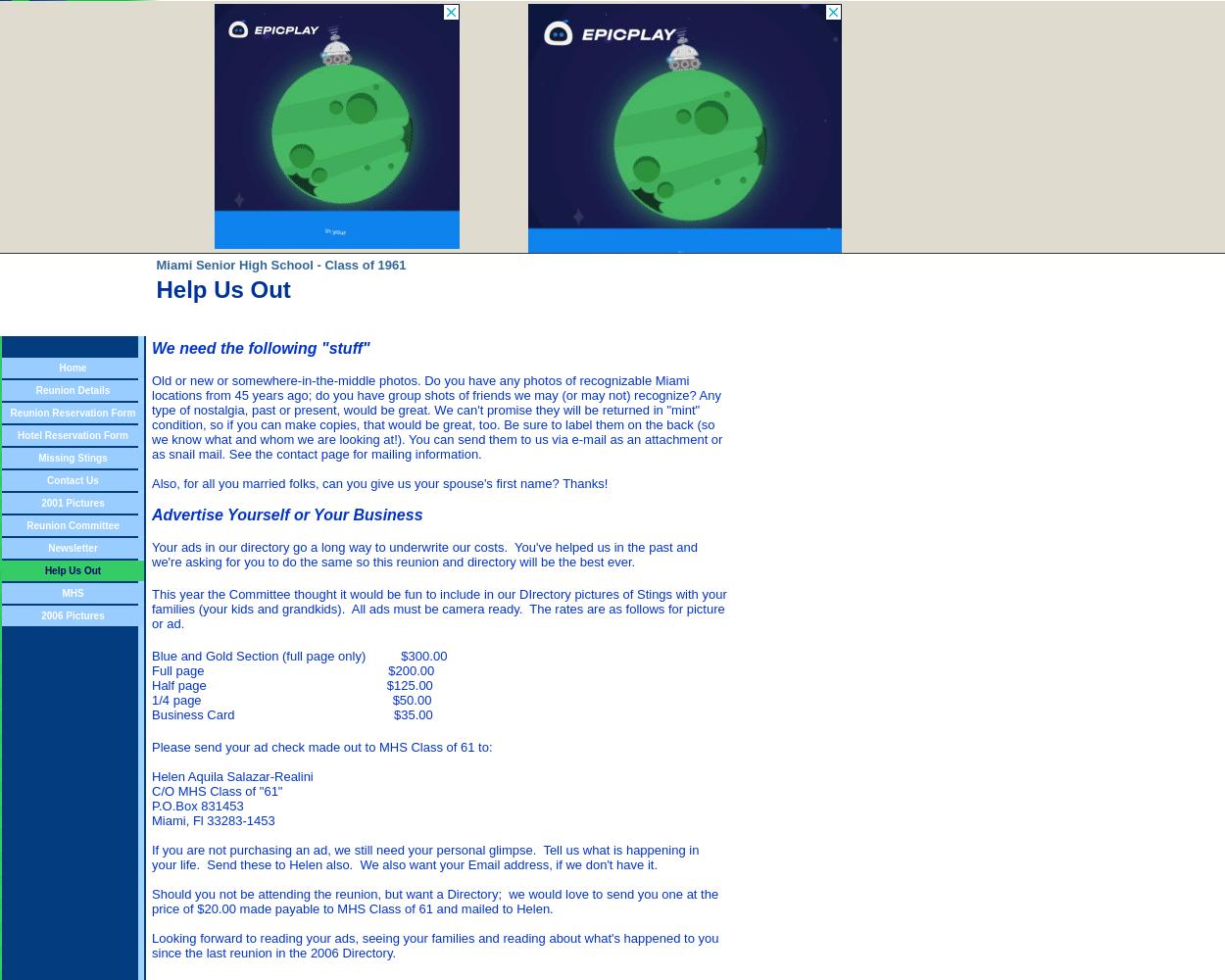  I want to click on 'This year the Committee thought it would be fun to include in our DIrectory pictures of Stings with your families
                           (your kids and grandkids).  All ads must be camera ready.  The rates are as follows for picture or ad.', so click(438, 608).